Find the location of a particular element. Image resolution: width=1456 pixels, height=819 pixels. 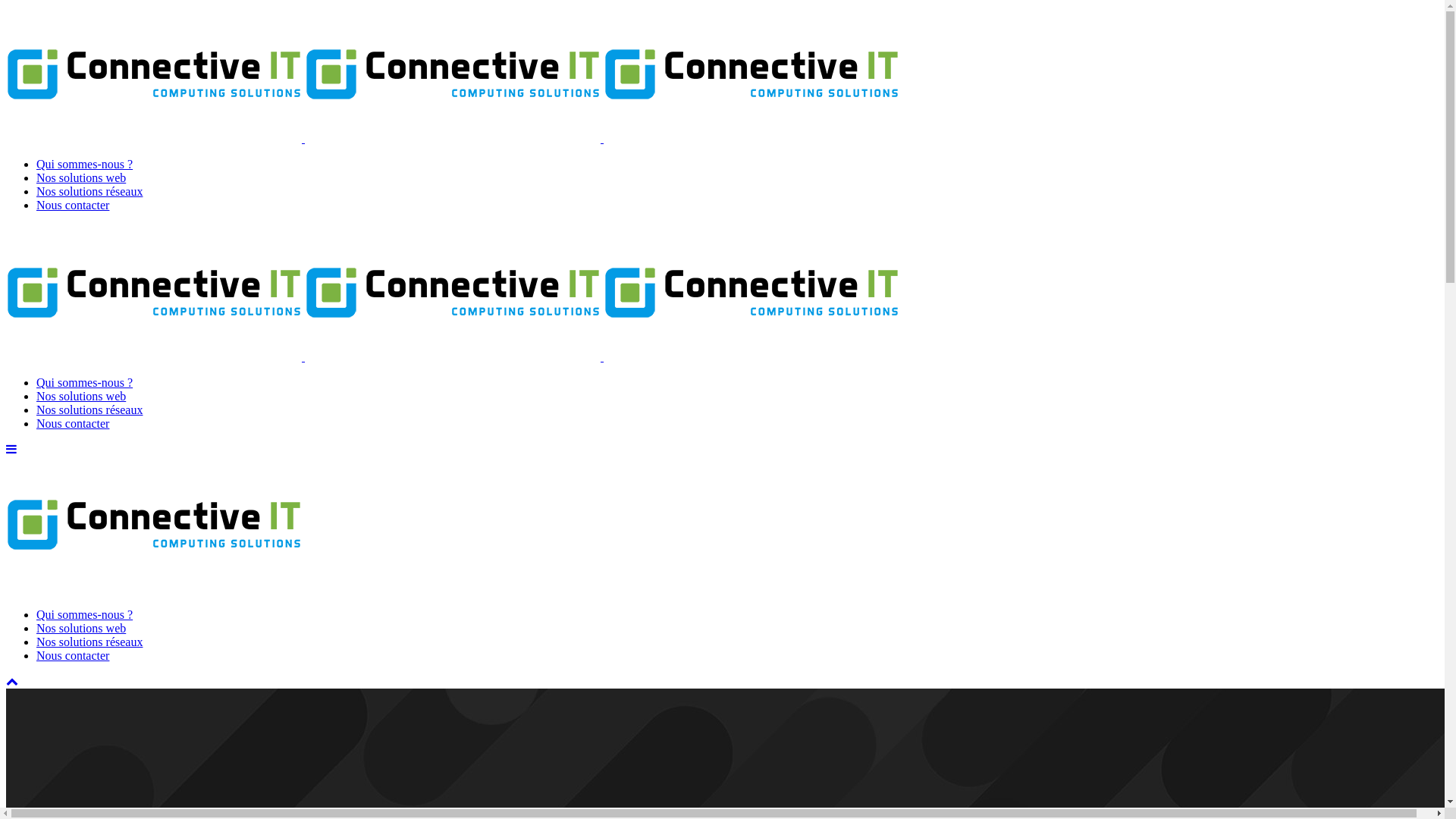

'Nous contacter' is located at coordinates (72, 423).